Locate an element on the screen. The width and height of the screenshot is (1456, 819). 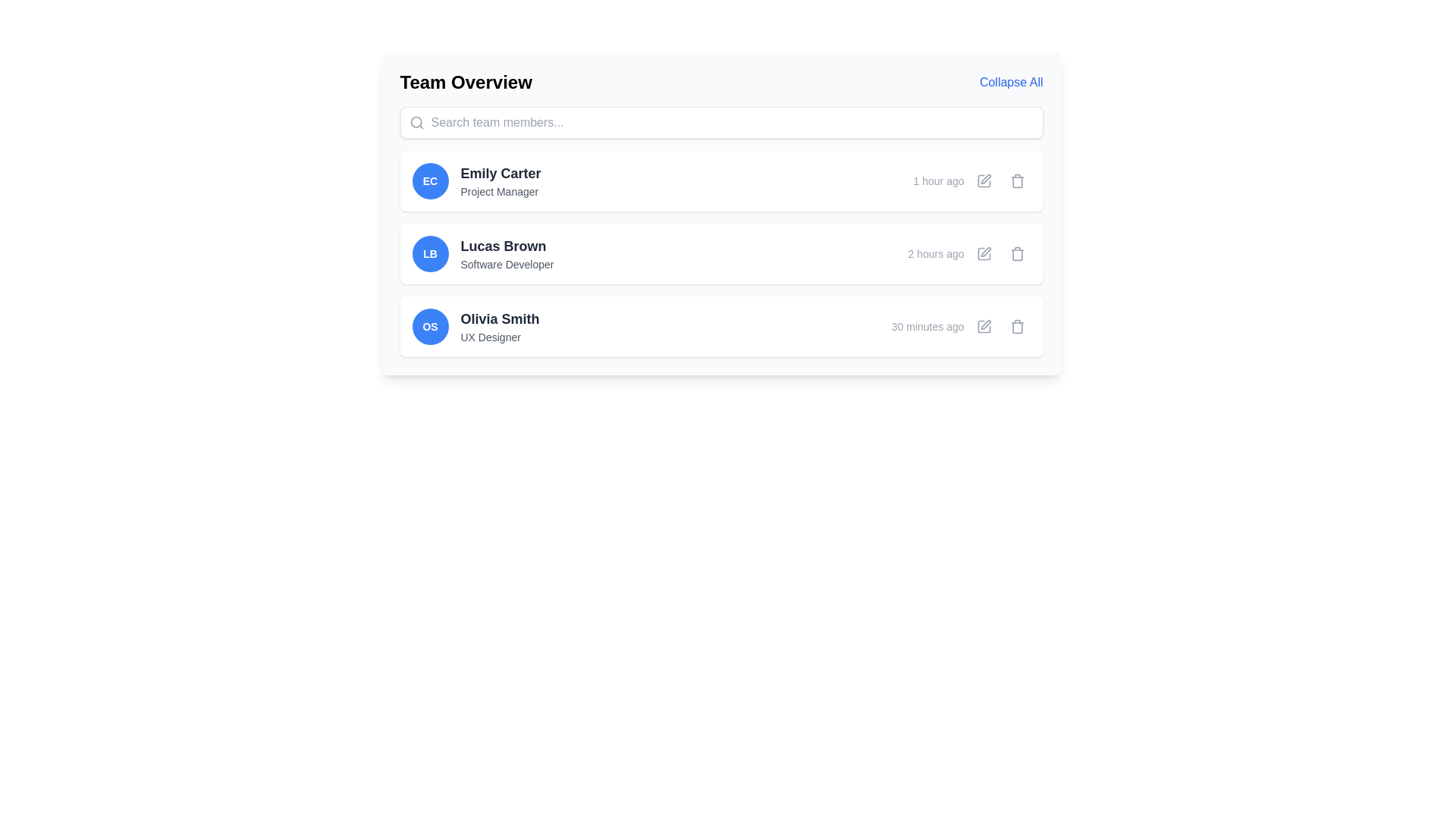
the Profile entry component displaying information for 'Olivia Smith', a UX Designer is located at coordinates (475, 326).